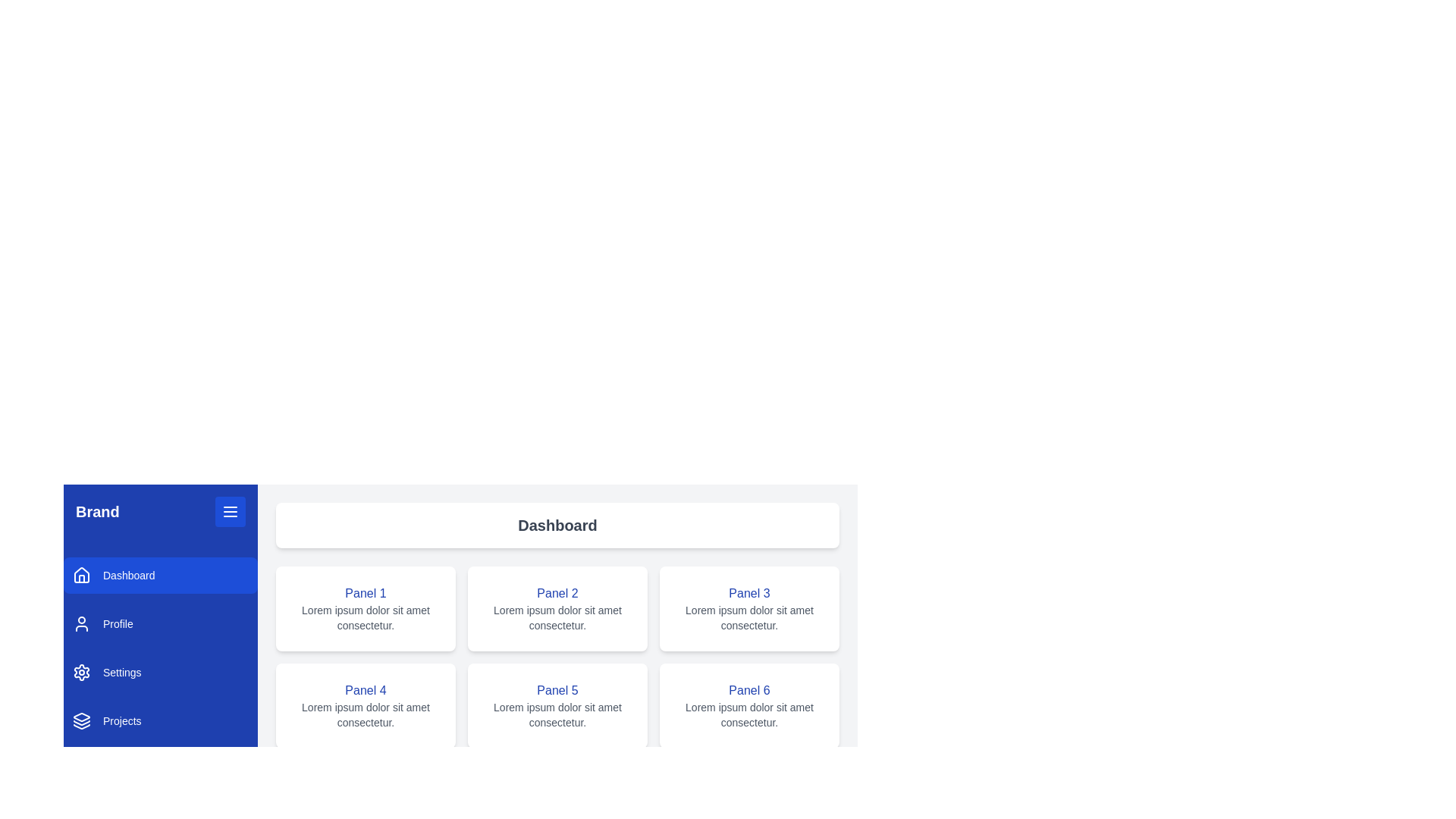 This screenshot has height=819, width=1456. What do you see at coordinates (749, 607) in the screenshot?
I see `the Static information panel titled 'Panel 3', which features a white background, rounded corners, and contains text in blue and gray fonts` at bounding box center [749, 607].